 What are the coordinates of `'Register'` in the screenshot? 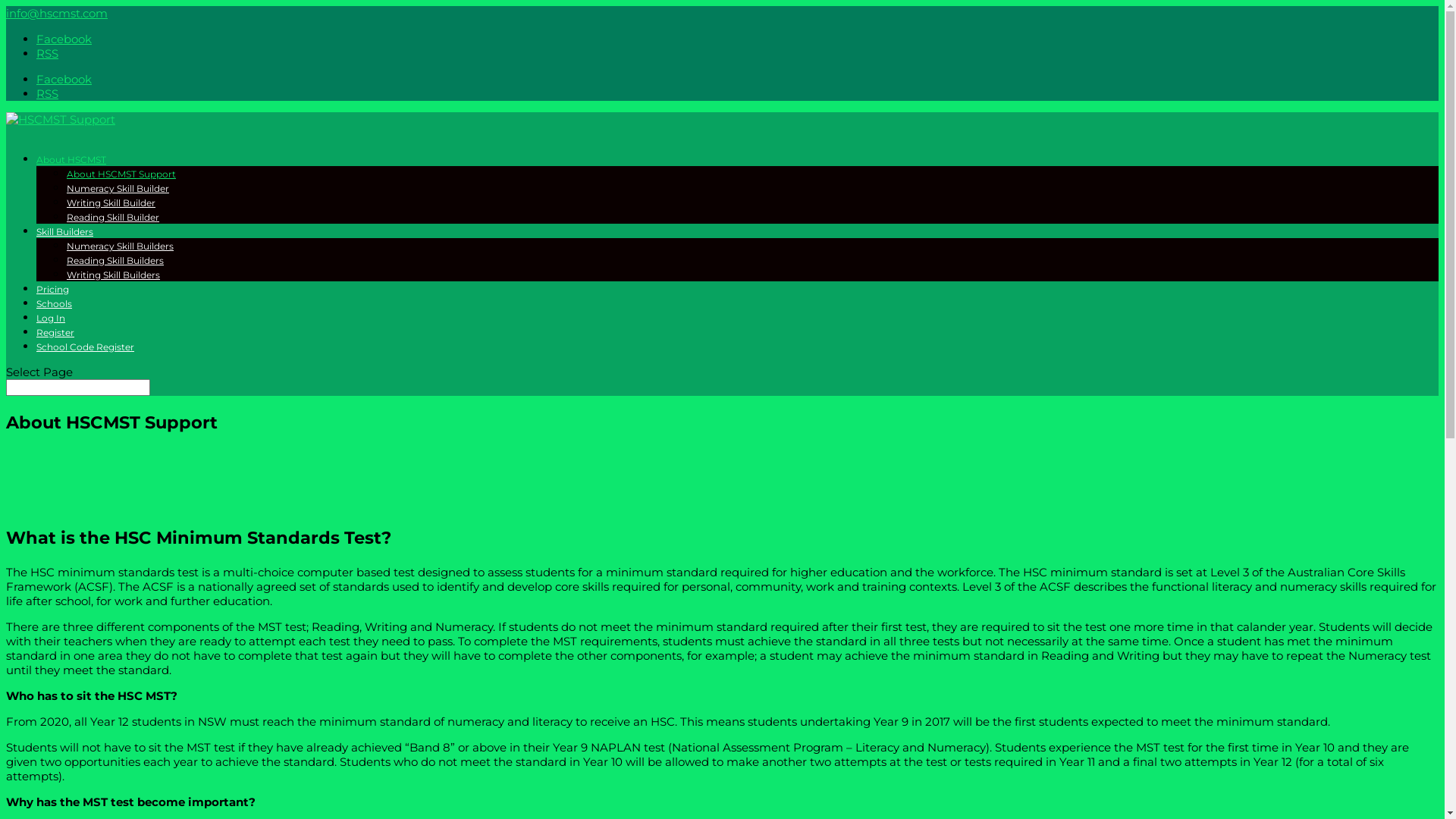 It's located at (55, 338).